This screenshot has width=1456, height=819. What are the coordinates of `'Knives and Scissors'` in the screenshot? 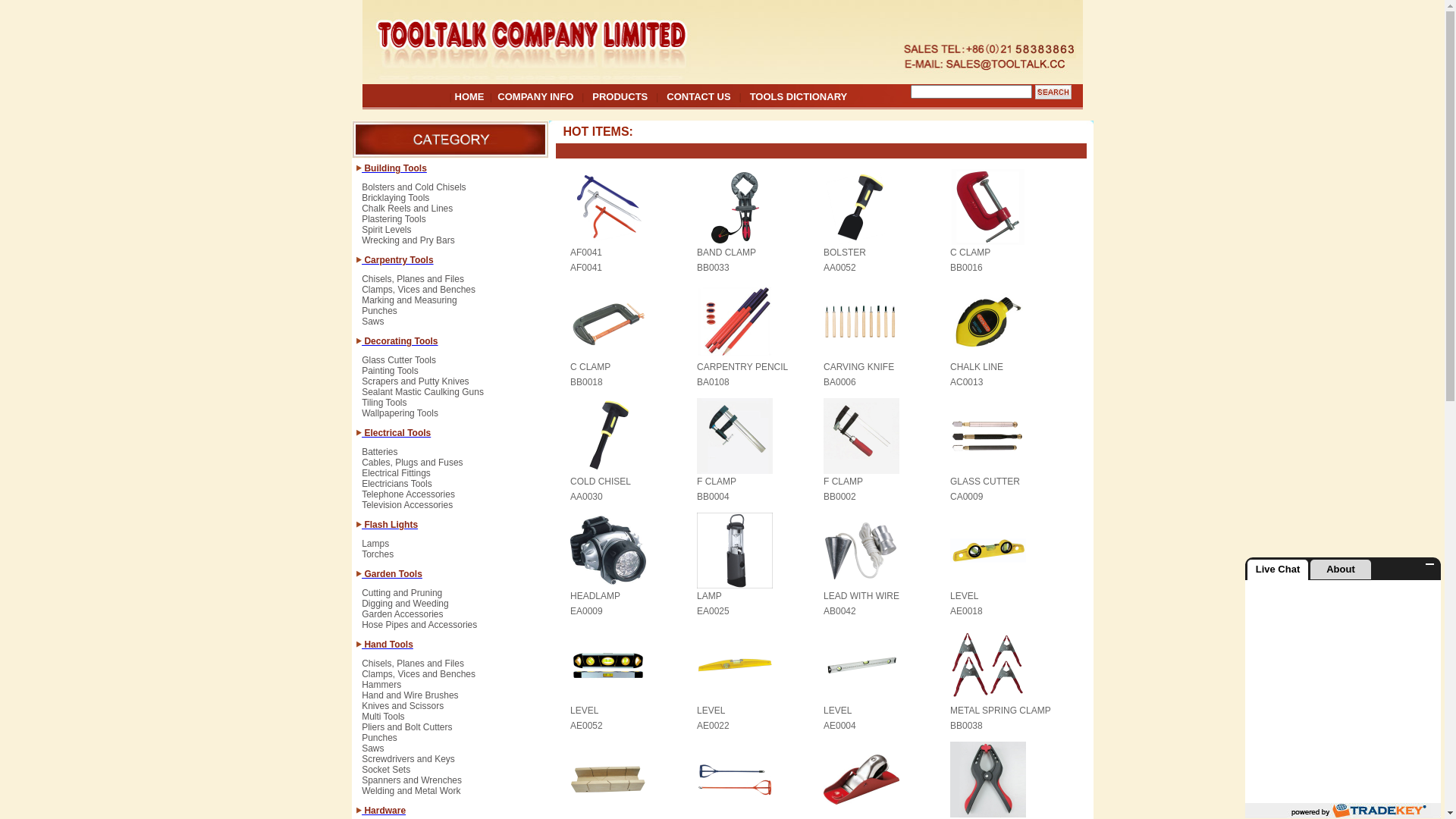 It's located at (403, 711).